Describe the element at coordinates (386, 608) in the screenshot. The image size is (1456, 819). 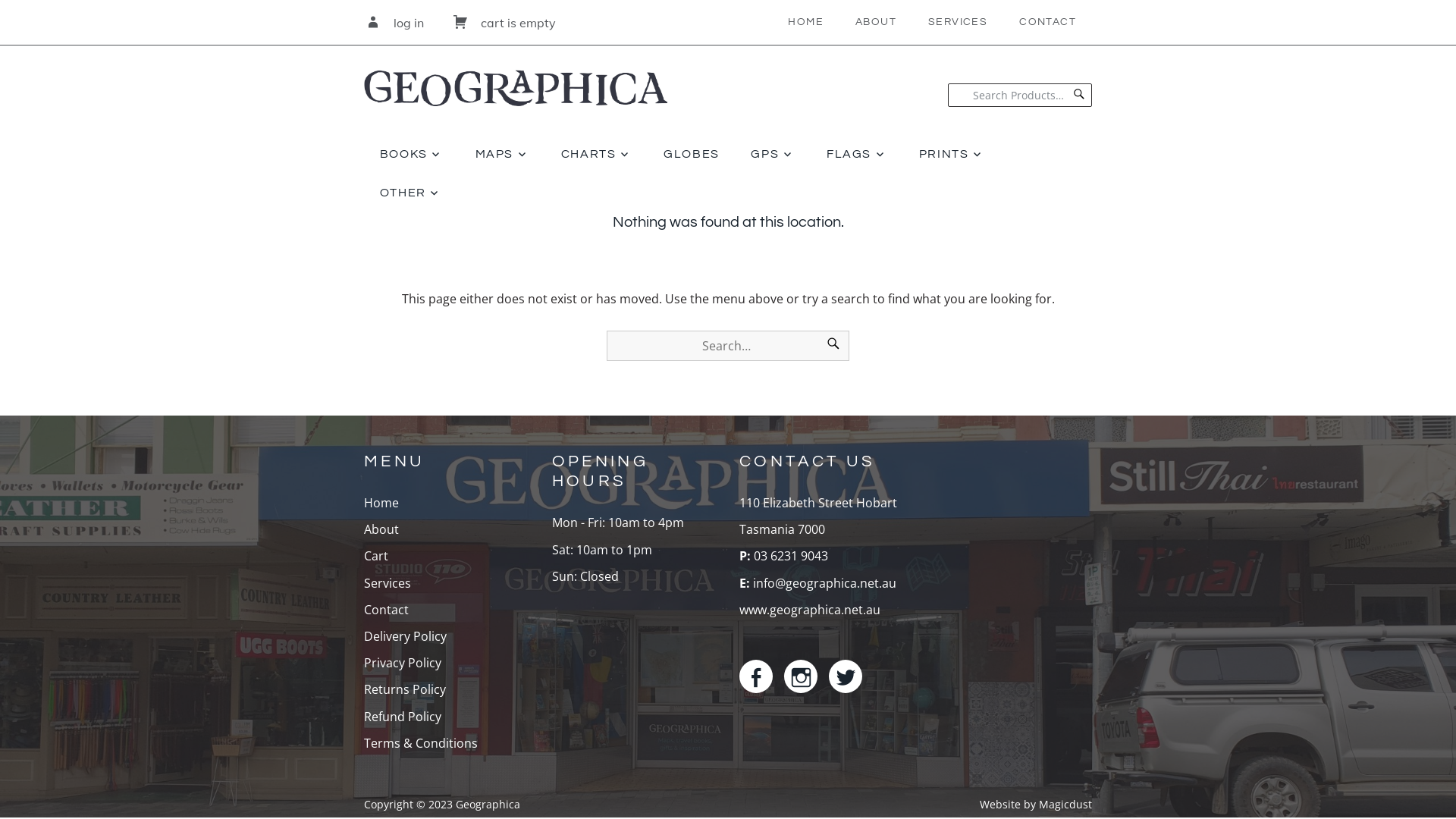
I see `'Contact'` at that location.